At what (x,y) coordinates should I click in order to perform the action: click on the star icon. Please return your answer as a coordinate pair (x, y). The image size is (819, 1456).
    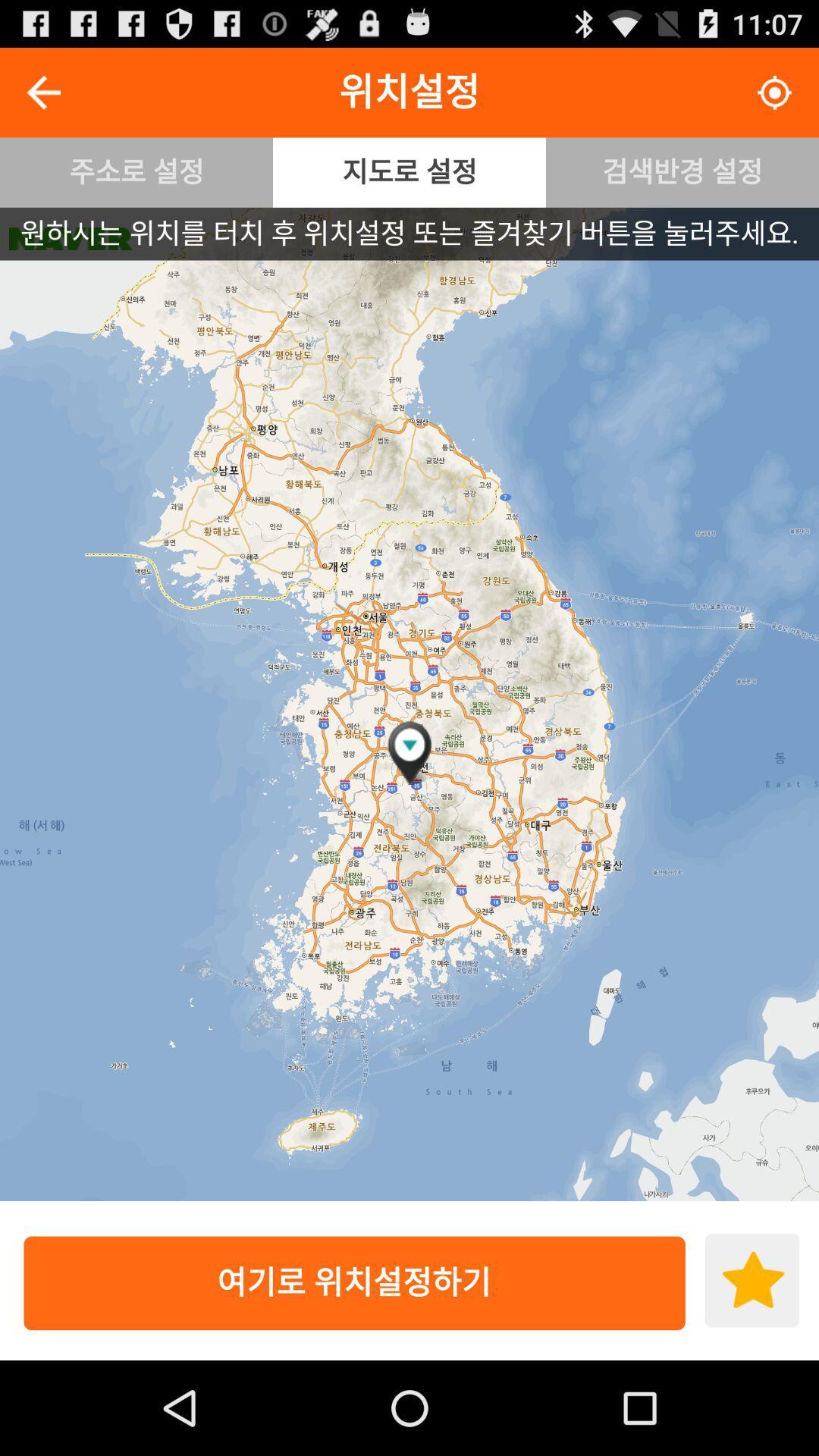
    Looking at the image, I should click on (752, 1370).